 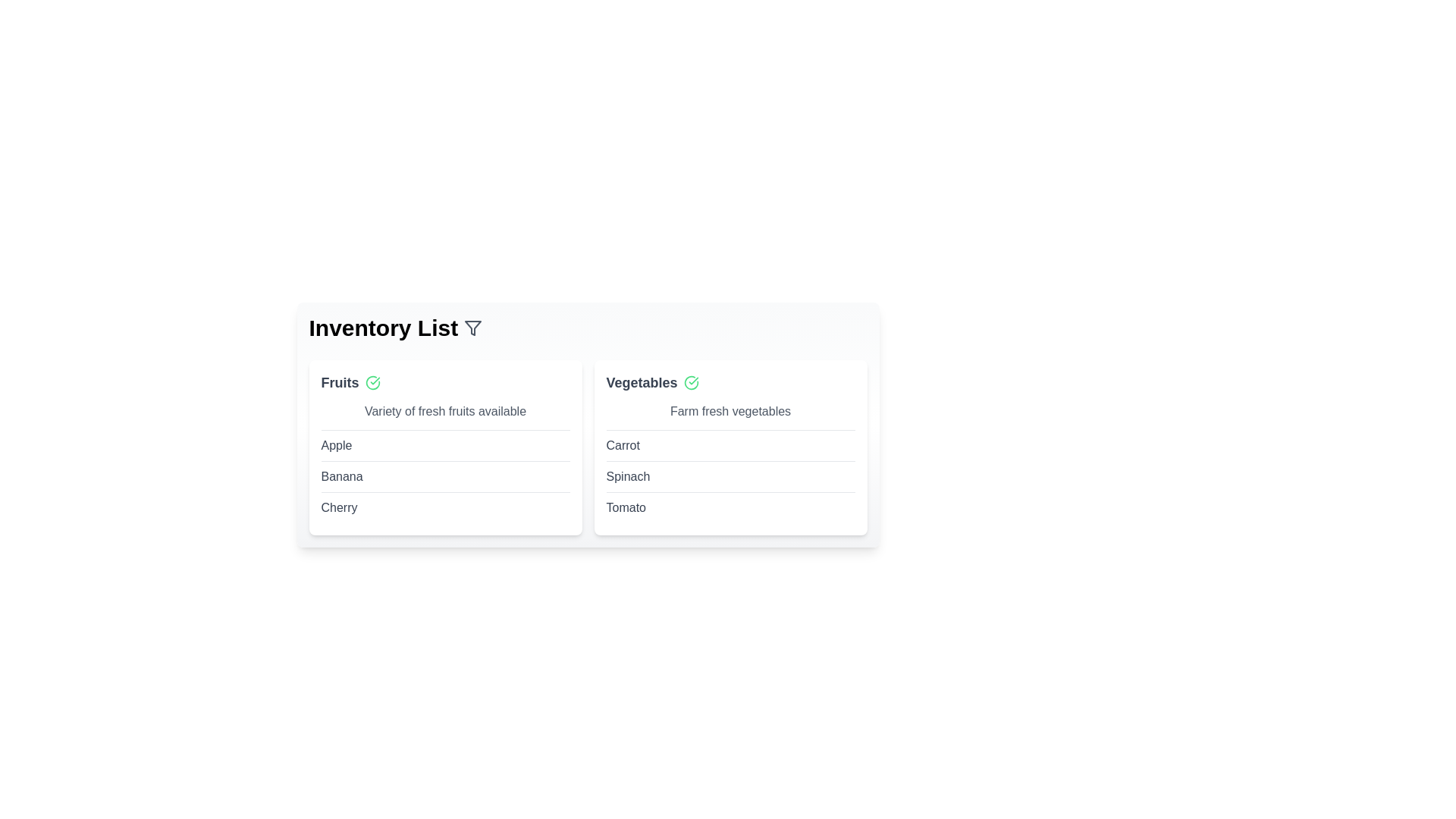 I want to click on the item Tomato in the inventory, so click(x=626, y=508).